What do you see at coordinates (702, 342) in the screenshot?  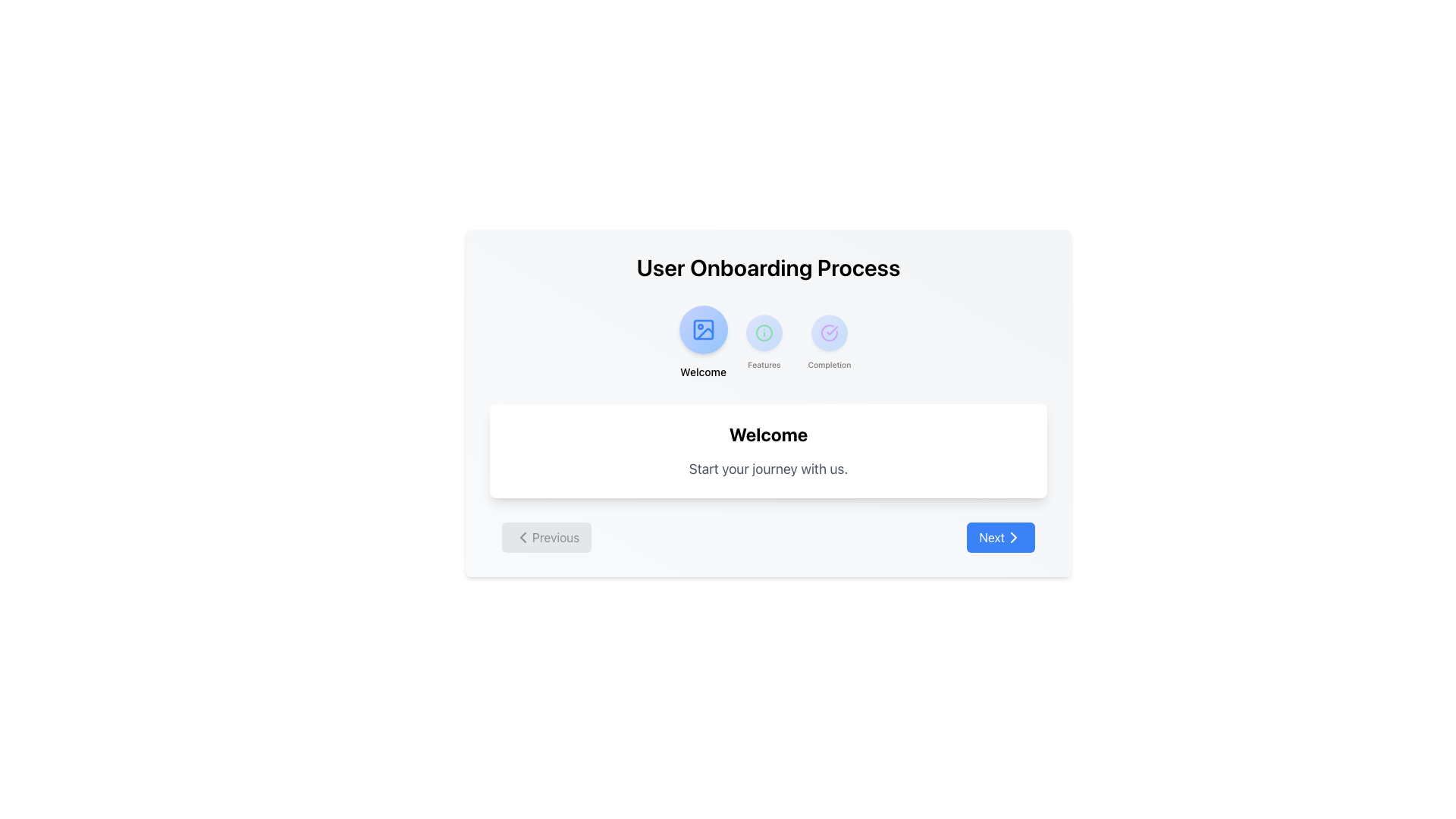 I see `the Clickable Navigation Item labeled 'Welcome'` at bounding box center [702, 342].